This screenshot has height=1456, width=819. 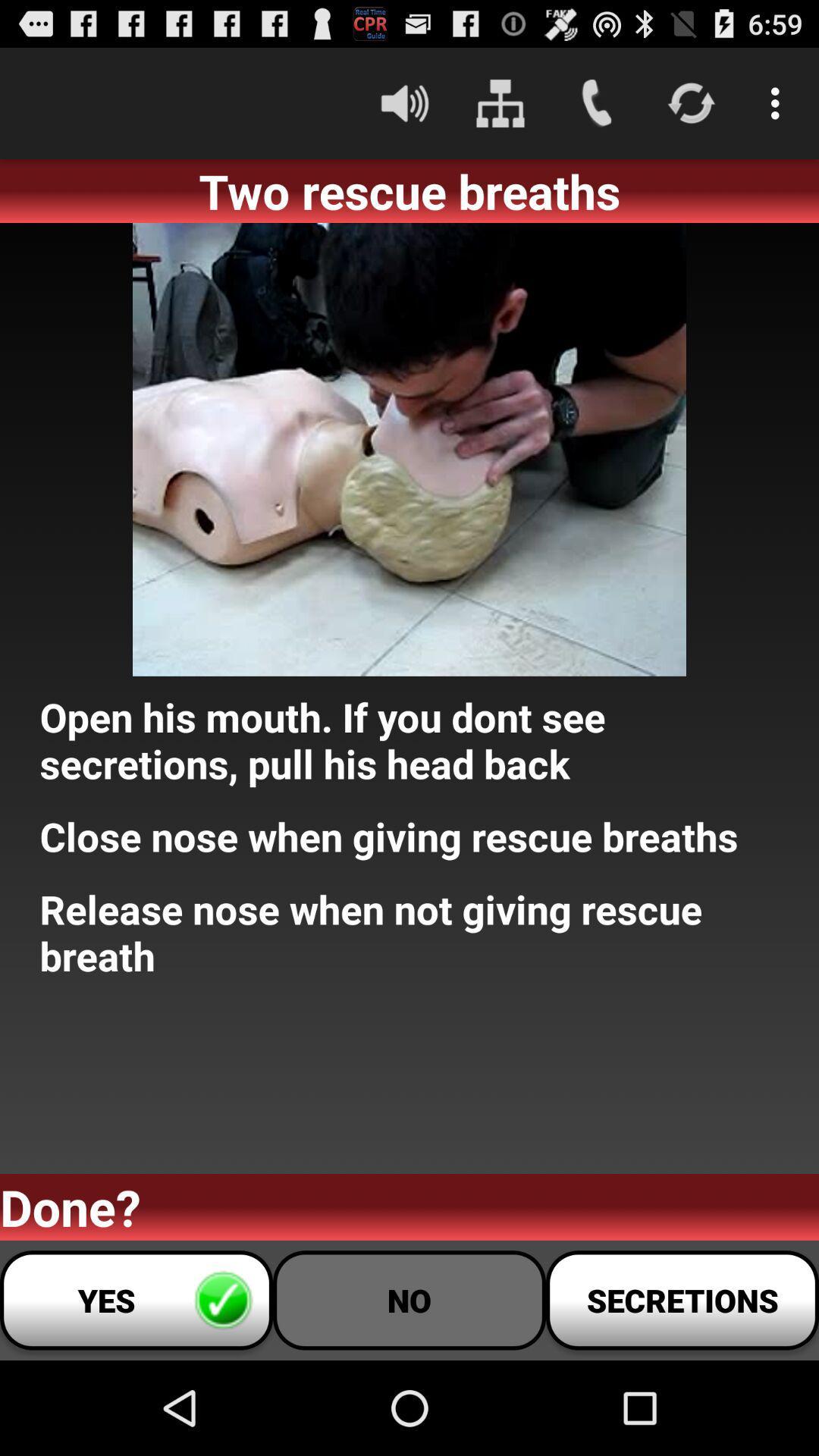 What do you see at coordinates (500, 102) in the screenshot?
I see `icon above two rescue breaths item` at bounding box center [500, 102].